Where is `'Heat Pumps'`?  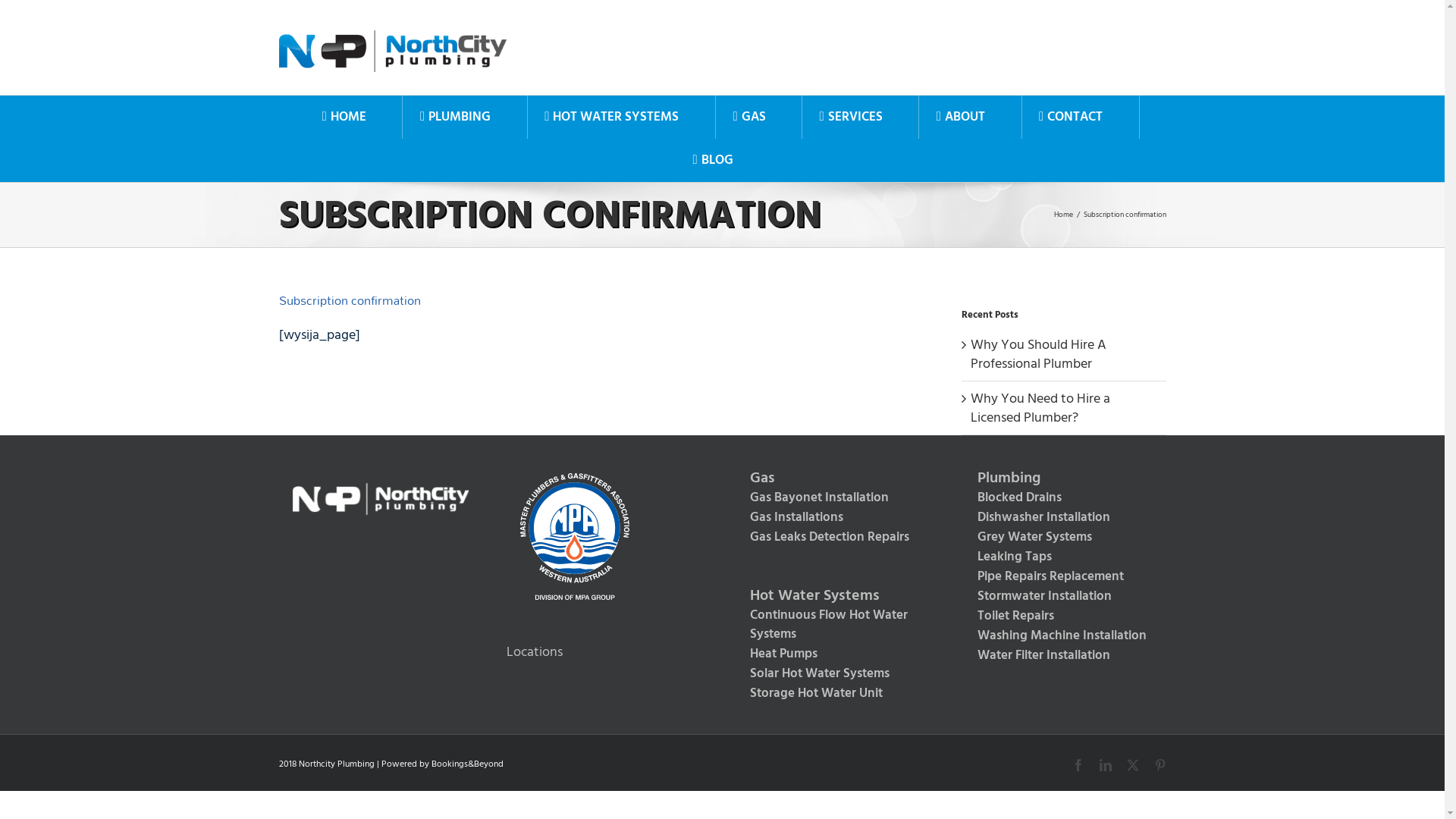
'Heat Pumps' is located at coordinates (734, 654).